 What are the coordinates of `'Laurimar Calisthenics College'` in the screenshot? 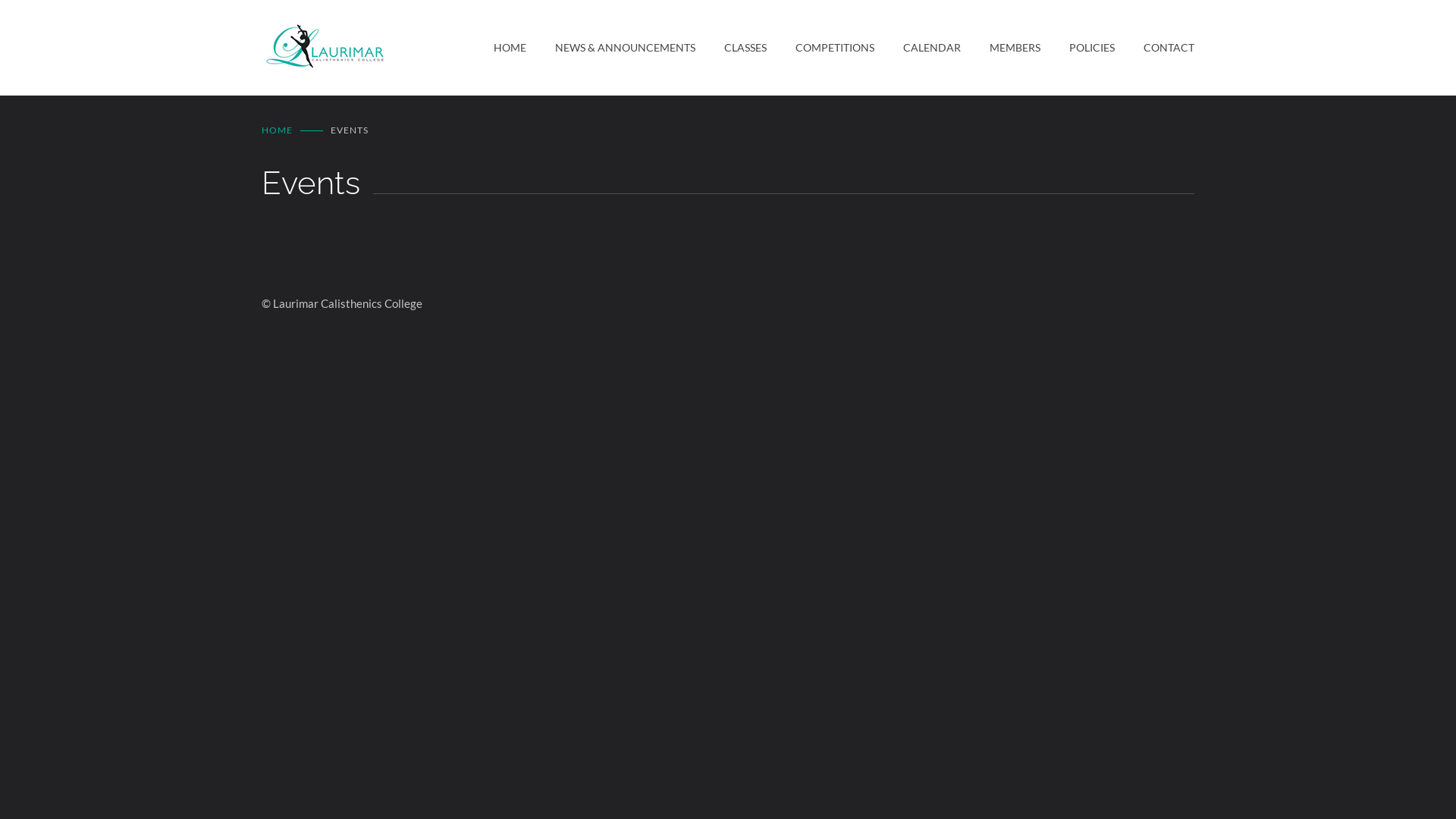 It's located at (378, 46).